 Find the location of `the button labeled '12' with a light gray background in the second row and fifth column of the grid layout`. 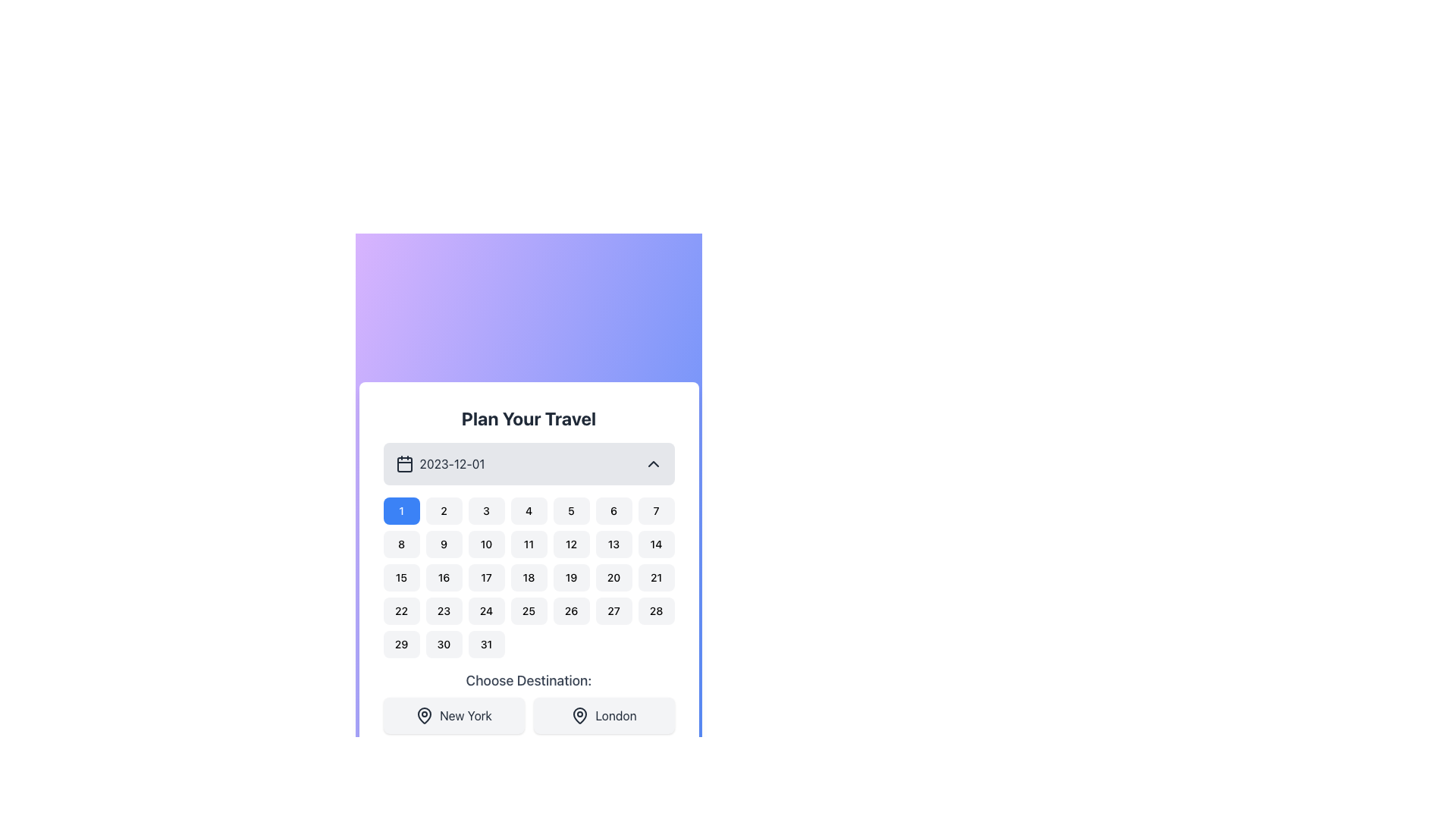

the button labeled '12' with a light gray background in the second row and fifth column of the grid layout is located at coordinates (570, 543).